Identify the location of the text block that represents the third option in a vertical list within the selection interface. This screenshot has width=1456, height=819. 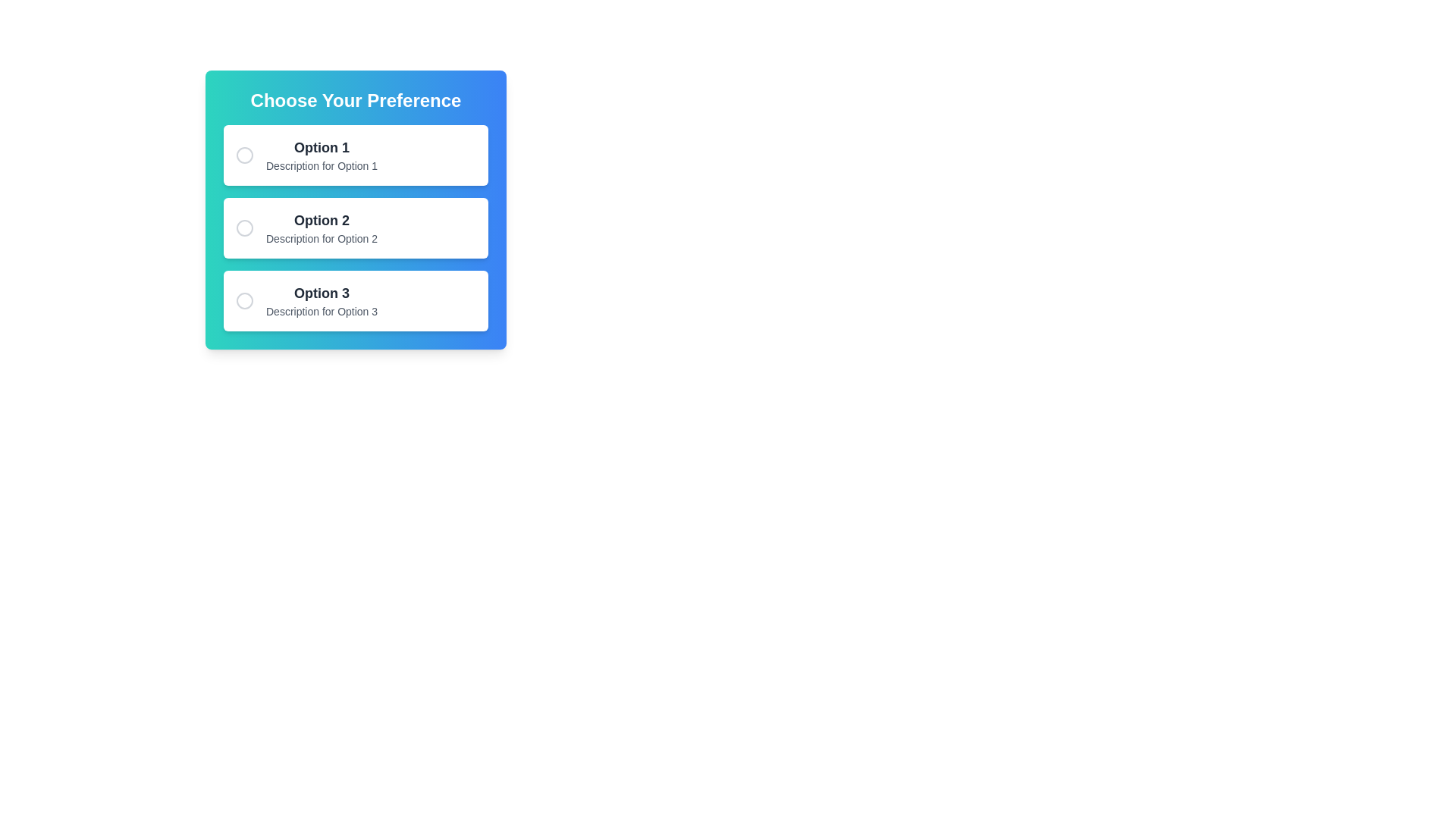
(321, 301).